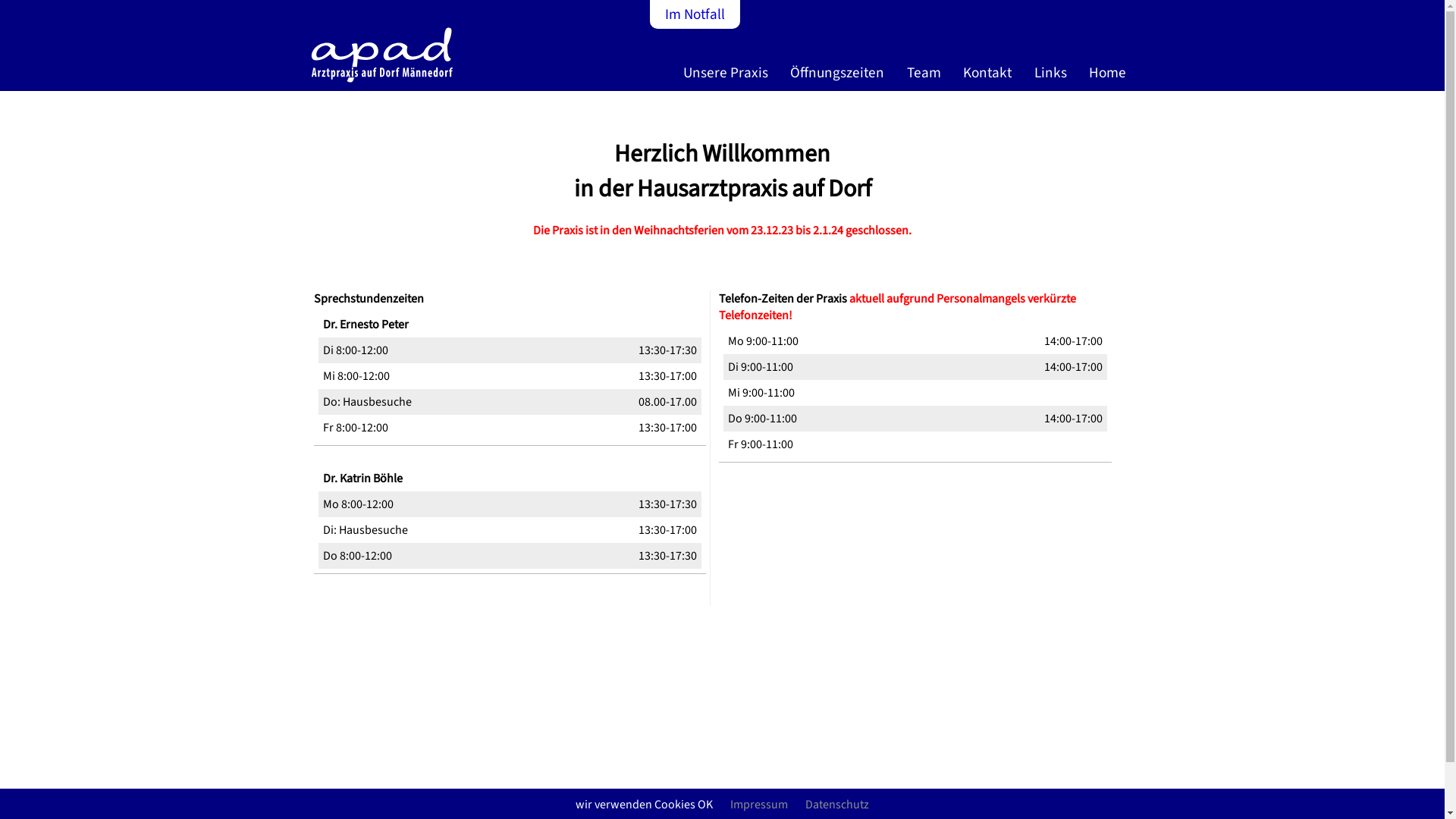 This screenshot has height=819, width=1456. I want to click on 'Home', so click(1110, 78).